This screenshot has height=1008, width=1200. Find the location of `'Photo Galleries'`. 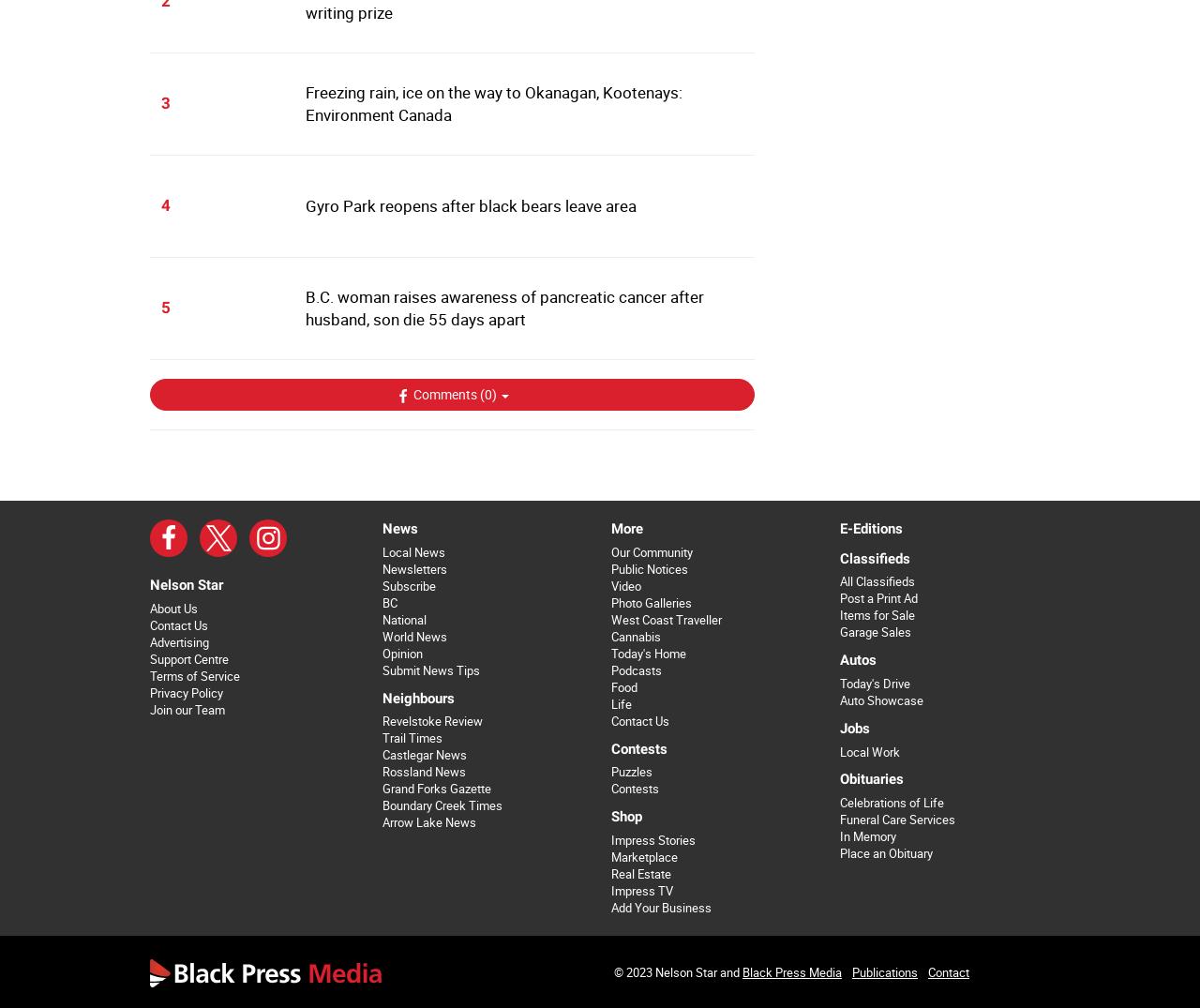

'Photo Galleries' is located at coordinates (651, 602).